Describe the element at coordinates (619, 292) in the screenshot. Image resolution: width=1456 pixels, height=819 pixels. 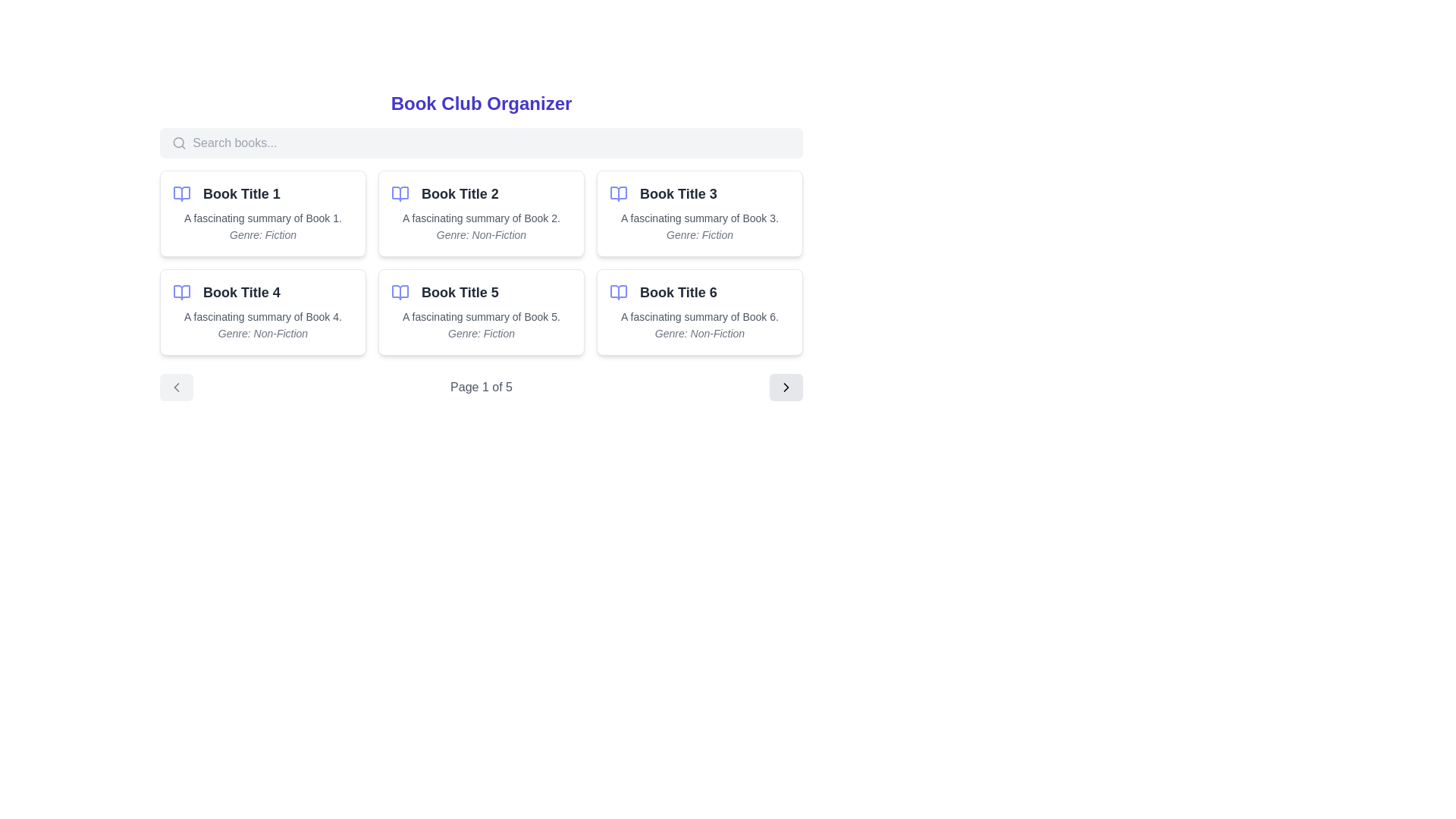
I see `the book icon located in the top-left section of the card for 'Book Title 6', which is positioned next` at that location.